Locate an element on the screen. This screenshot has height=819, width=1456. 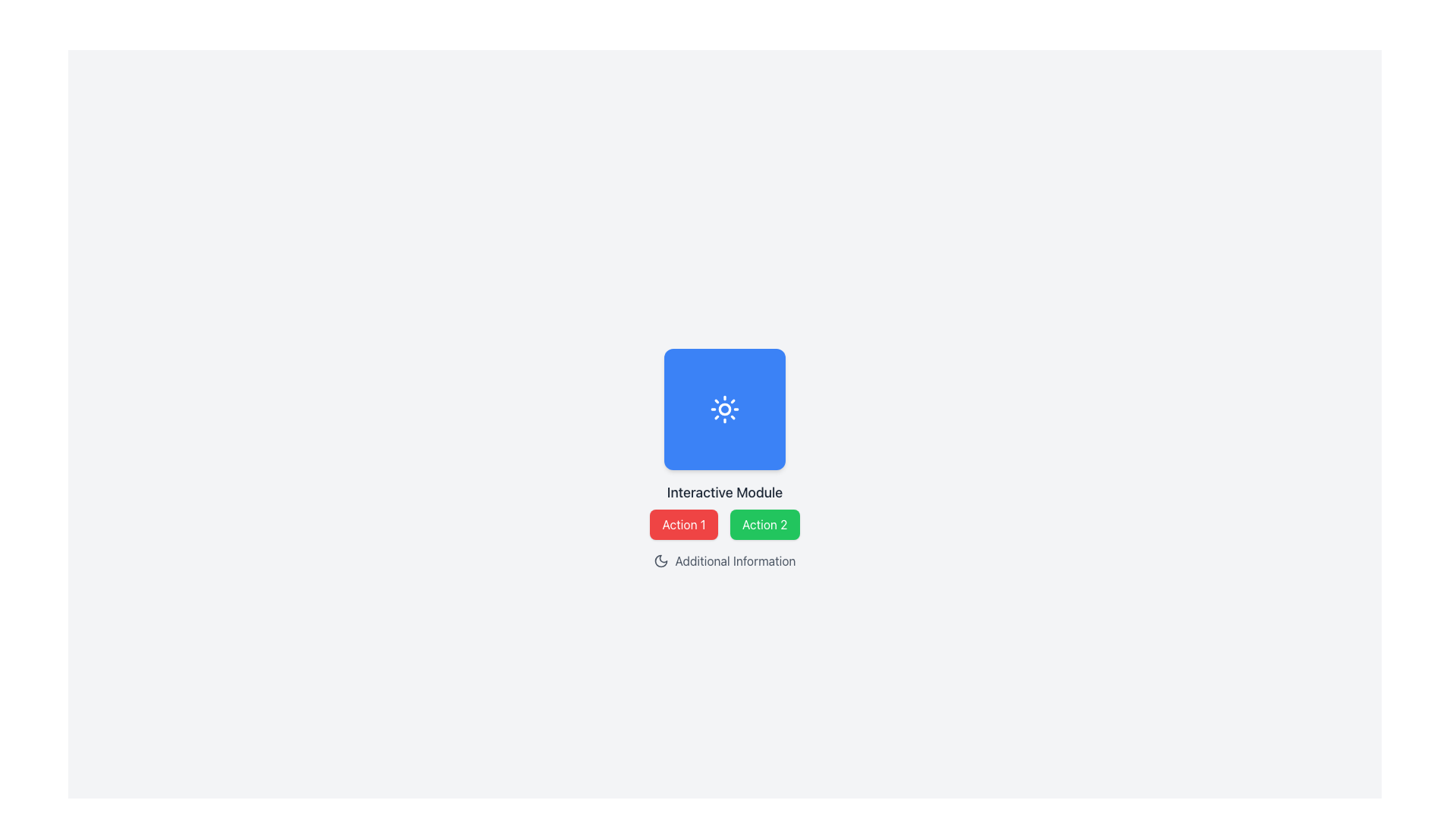
the text label located in the lower-center region of the interface, which provides additional descriptive information and is positioned to the right of a moon-shaped icon, below the 'Action 1' and 'Action 2' buttons is located at coordinates (735, 561).